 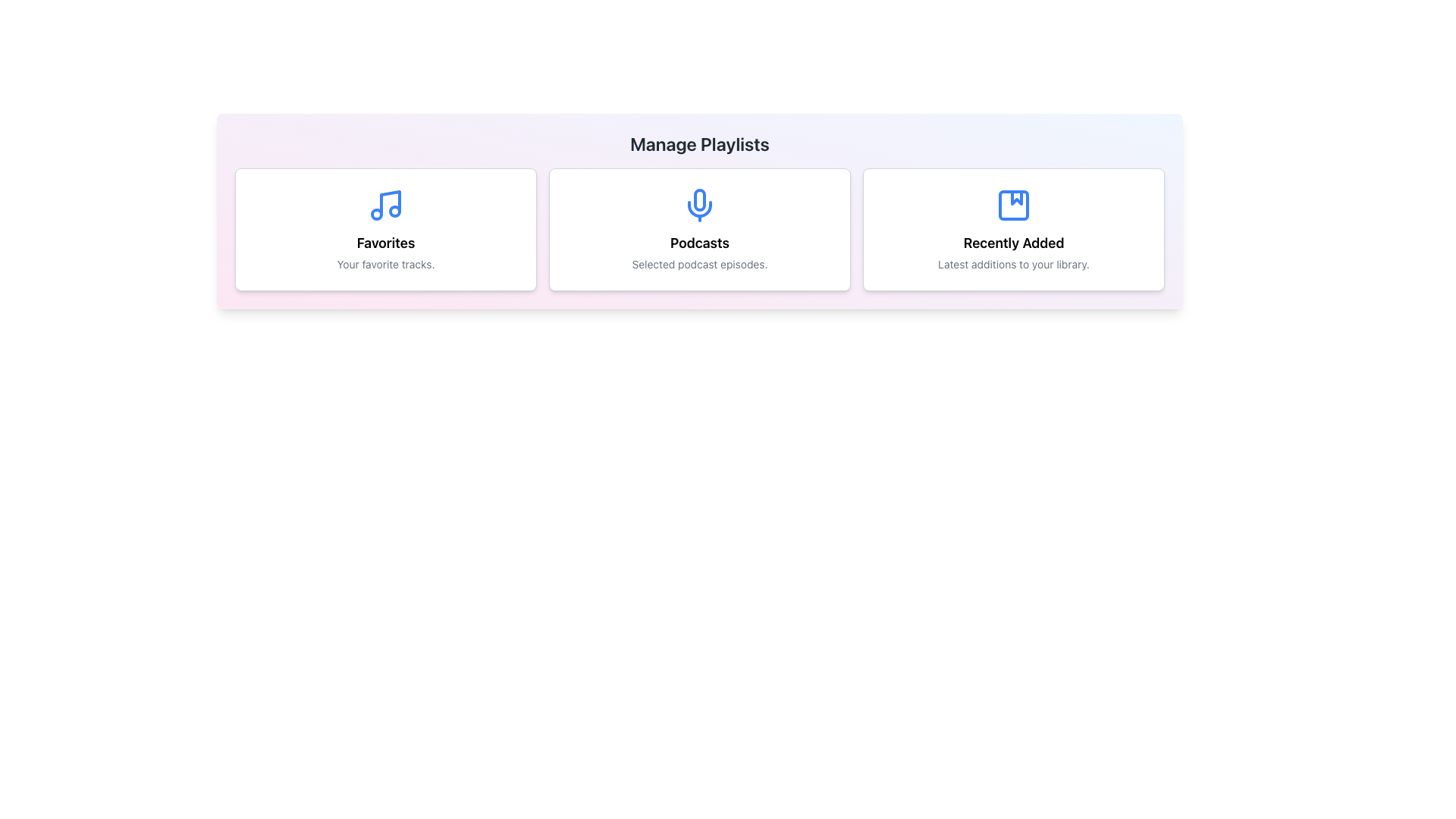 What do you see at coordinates (698, 143) in the screenshot?
I see `the heading text element that indicates the purpose of managing playlists, located above the interactive cards labeled 'Favorites', 'Podcasts', and 'Recently Added'` at bounding box center [698, 143].